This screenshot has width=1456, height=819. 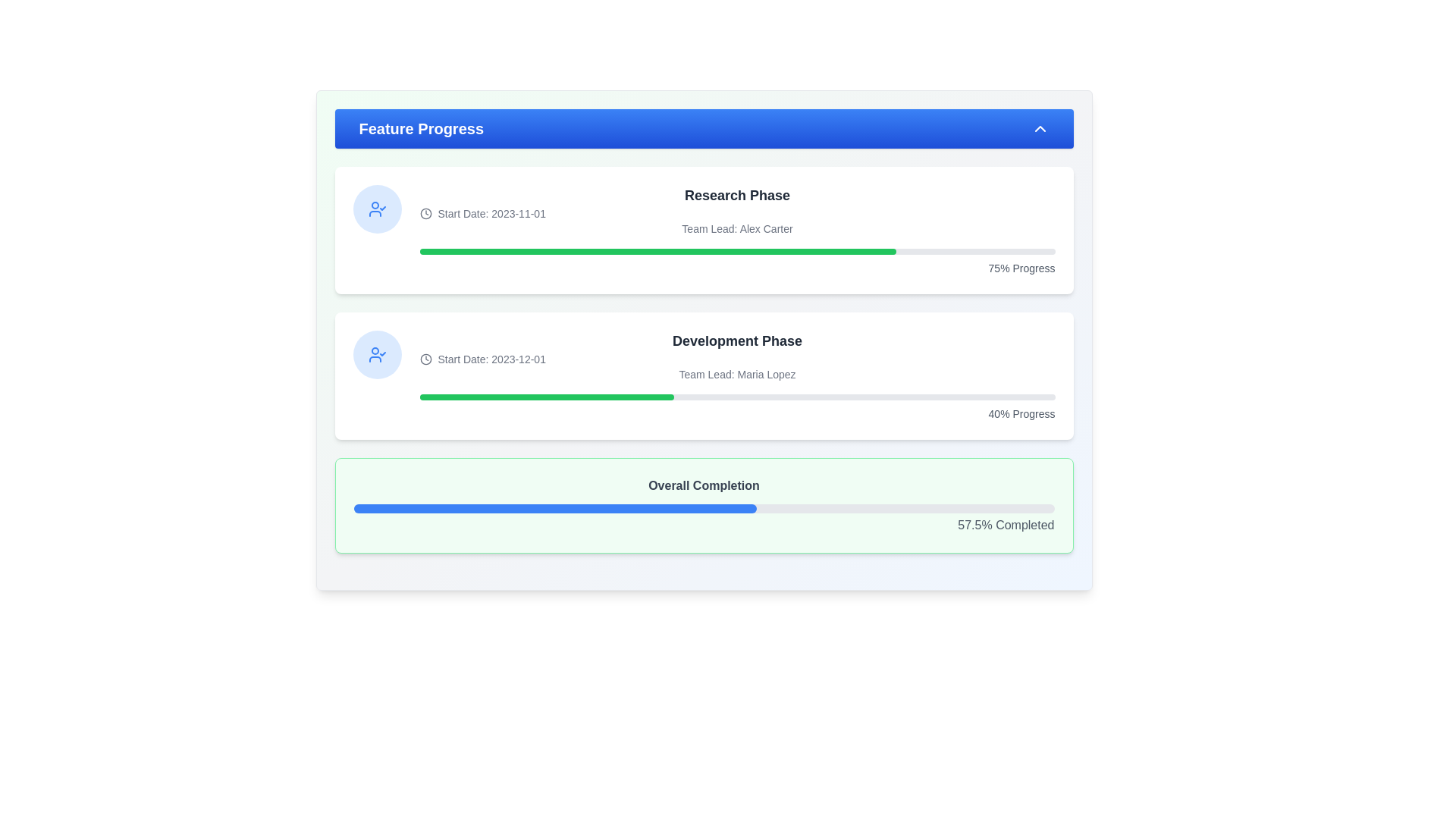 I want to click on the clock icon located at the beginning of the 'Start Date: 2023-11-01' text block in the 'Feature Progress' section, so click(x=425, y=213).